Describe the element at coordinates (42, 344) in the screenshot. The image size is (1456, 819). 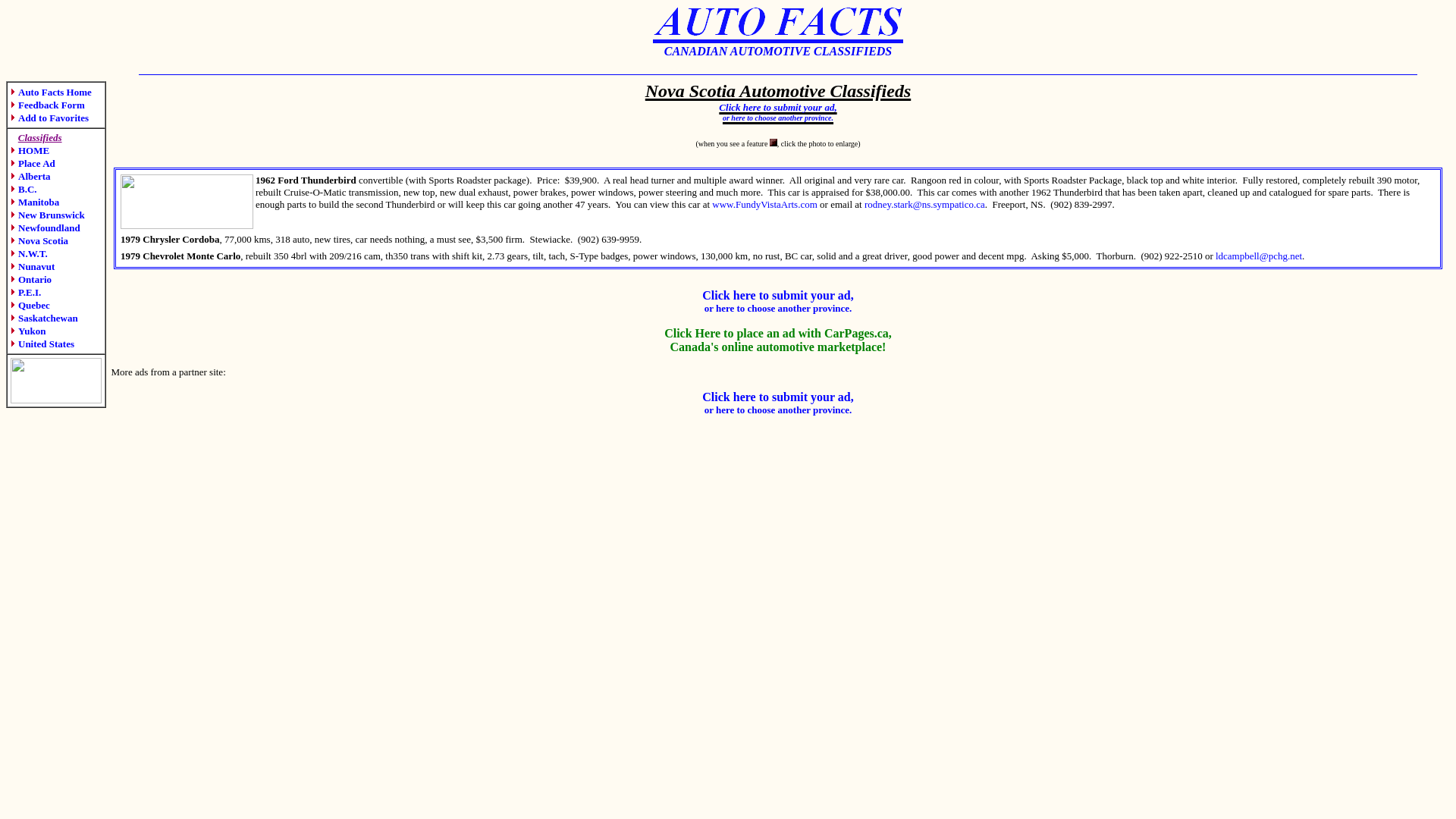
I see `'United States'` at that location.